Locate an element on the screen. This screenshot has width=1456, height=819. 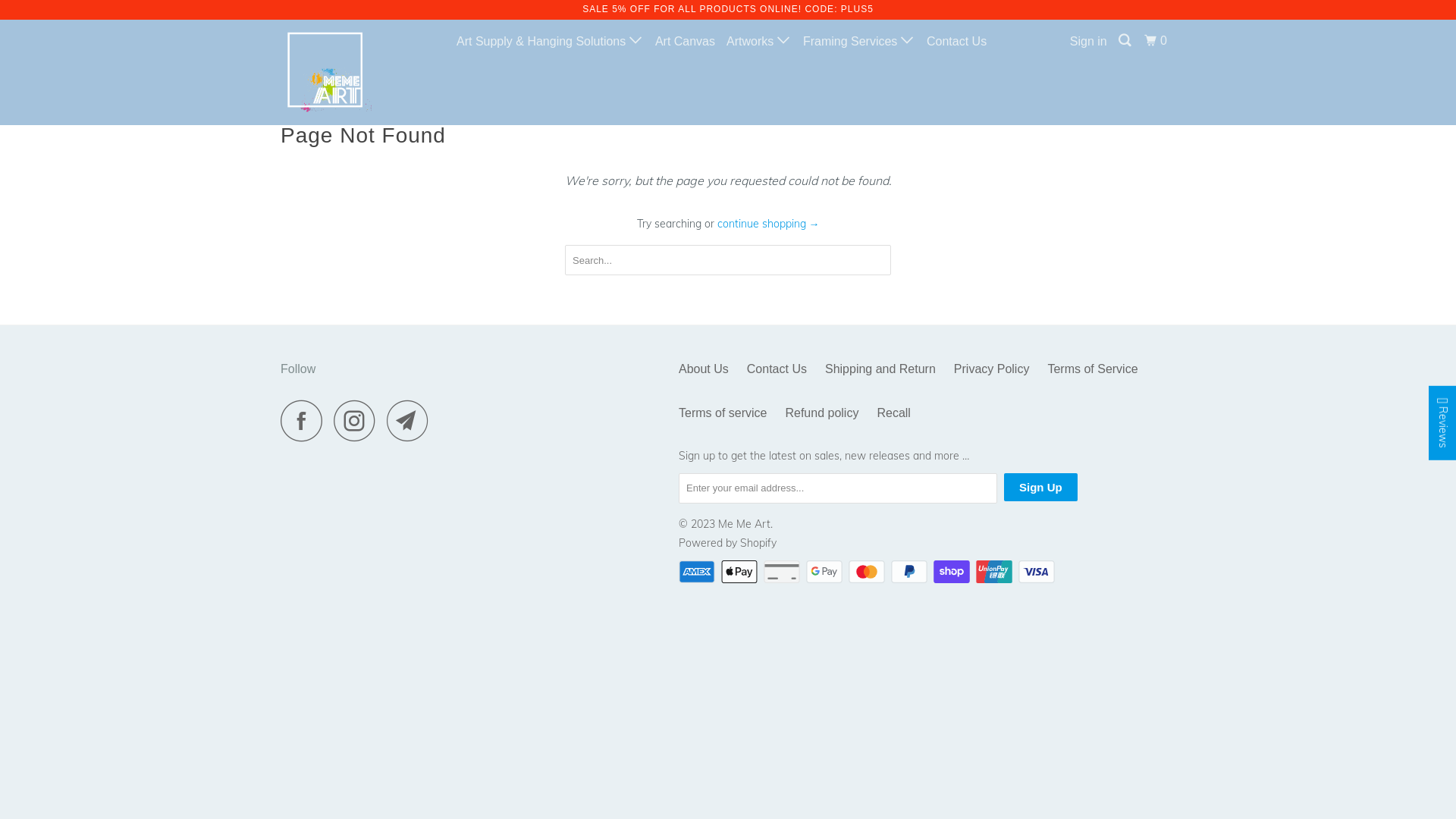
'Search' is located at coordinates (1125, 40).